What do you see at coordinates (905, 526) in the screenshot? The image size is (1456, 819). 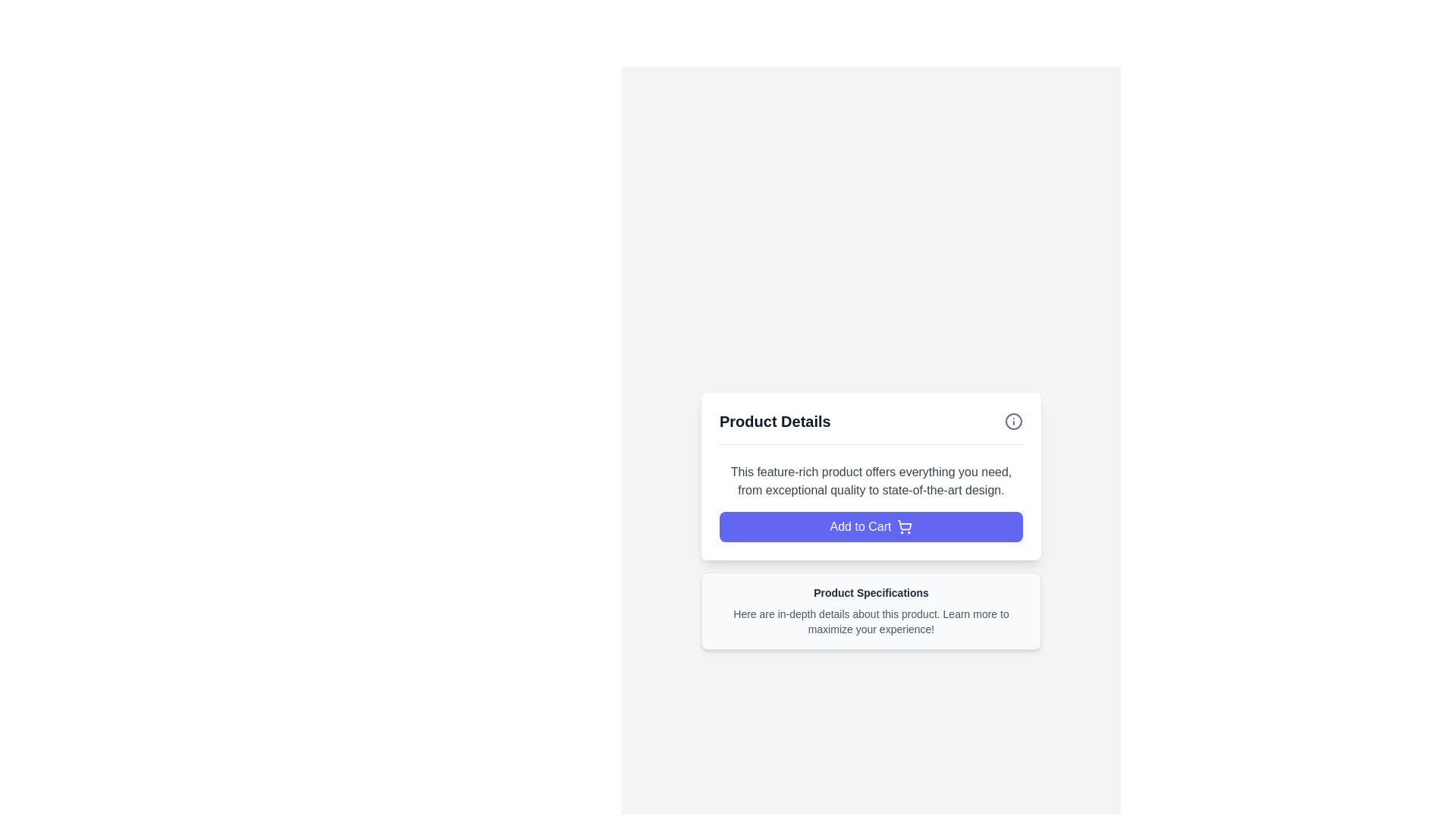 I see `the 'Add to Cart' icon located to the right of the 'Add to Cart' text` at bounding box center [905, 526].